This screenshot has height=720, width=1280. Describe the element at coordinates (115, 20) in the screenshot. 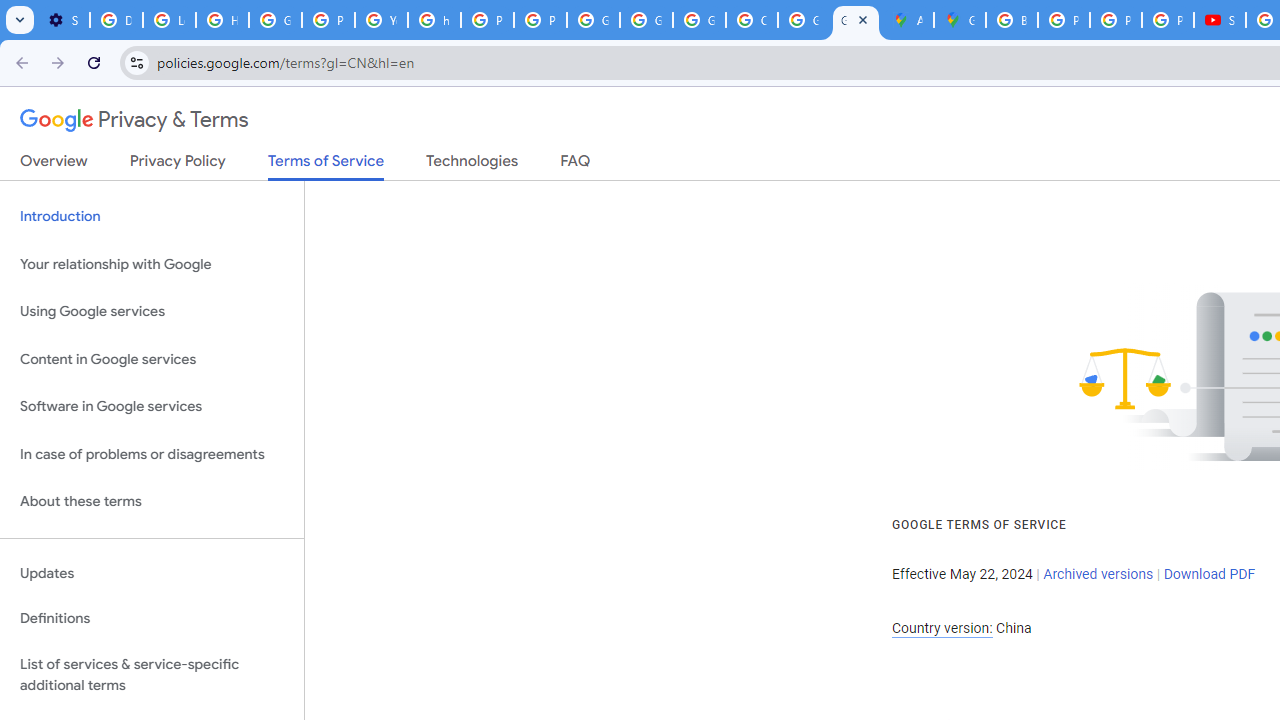

I see `'Delete photos & videos - Computer - Google Photos Help'` at that location.